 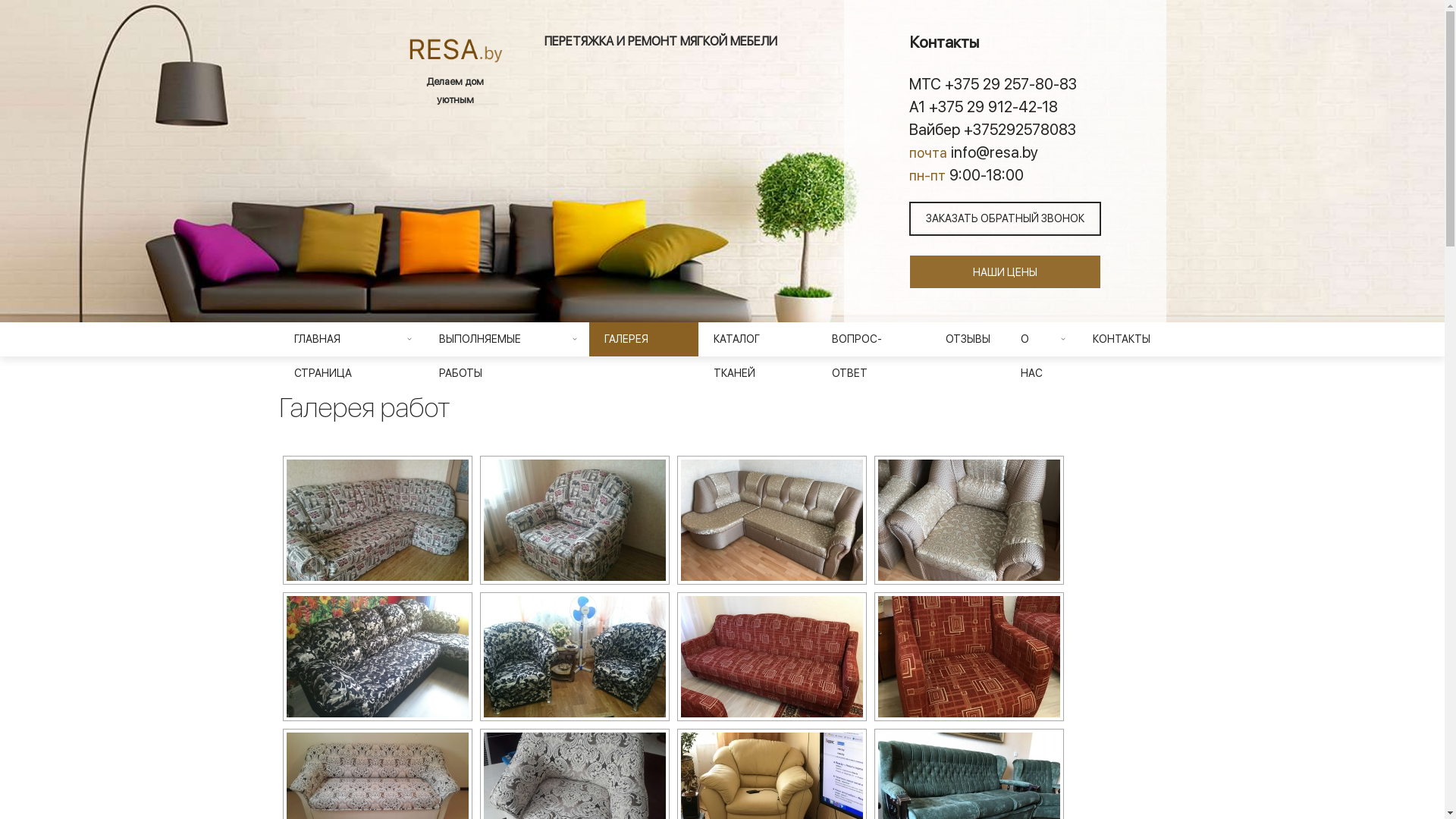 What do you see at coordinates (1004, 83) in the screenshot?
I see `'MTC +375 29 257-80-83'` at bounding box center [1004, 83].